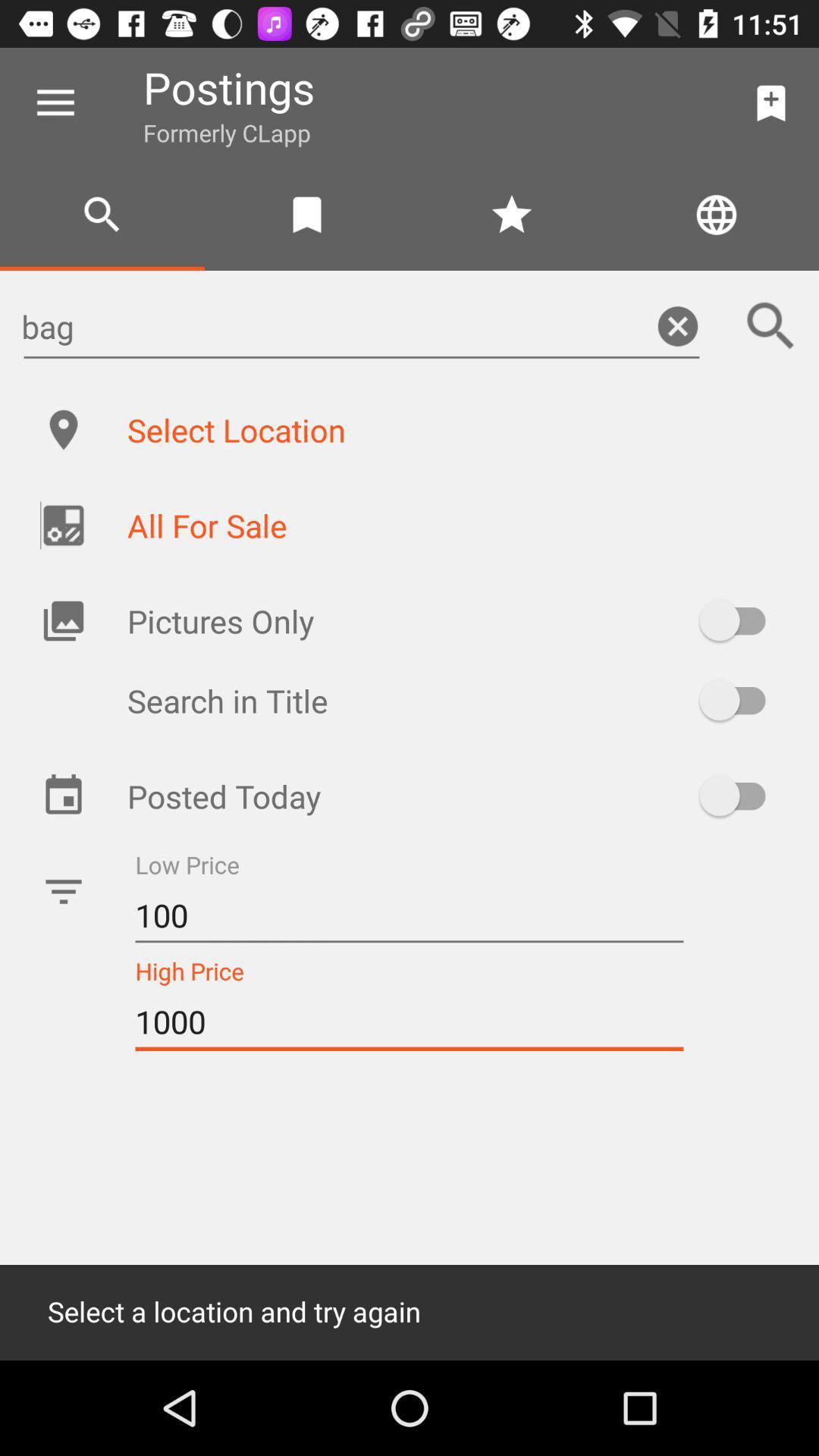 Image resolution: width=819 pixels, height=1456 pixels. Describe the element at coordinates (739, 620) in the screenshot. I see `pictures only` at that location.